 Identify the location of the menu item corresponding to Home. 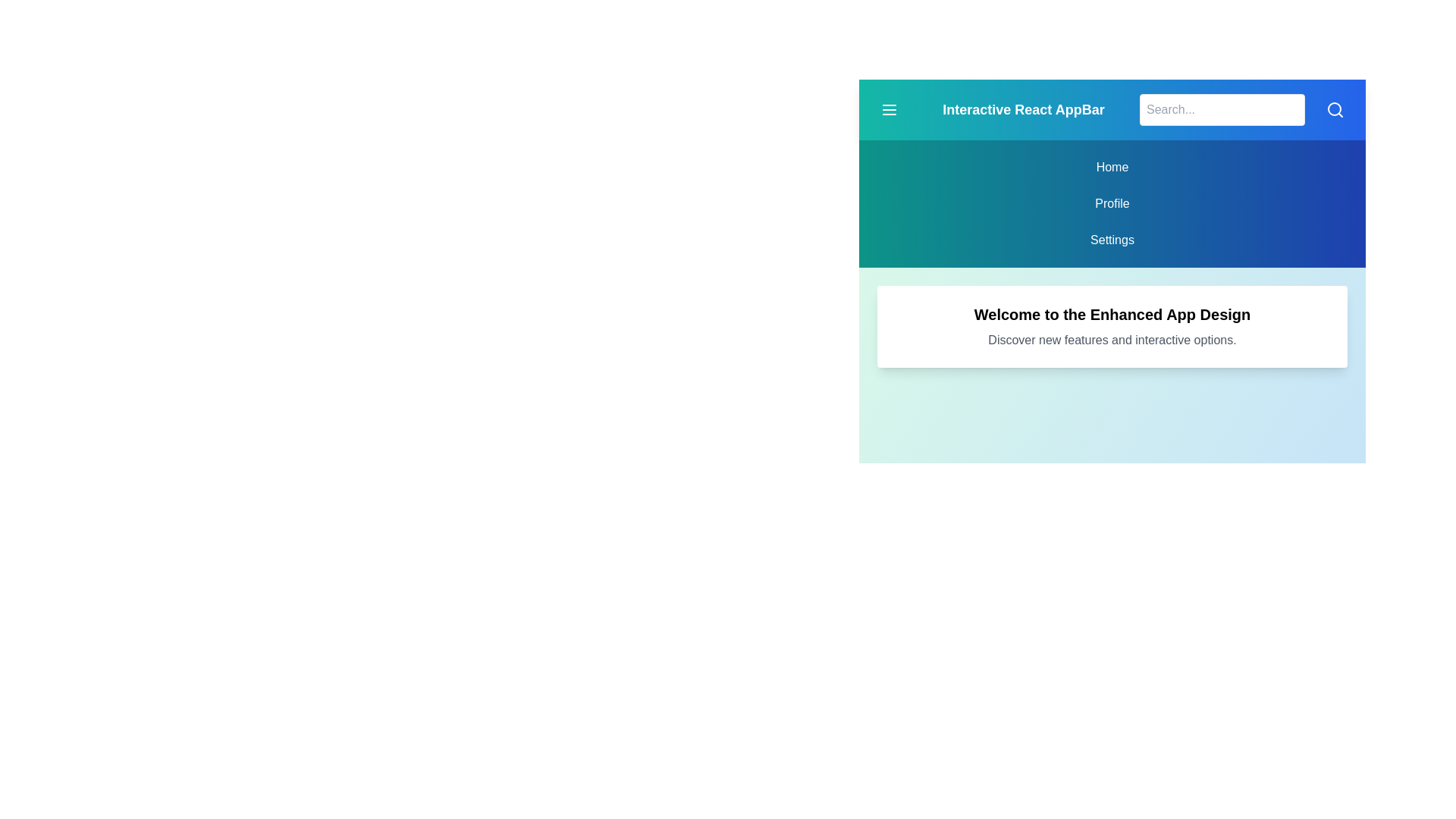
(1112, 167).